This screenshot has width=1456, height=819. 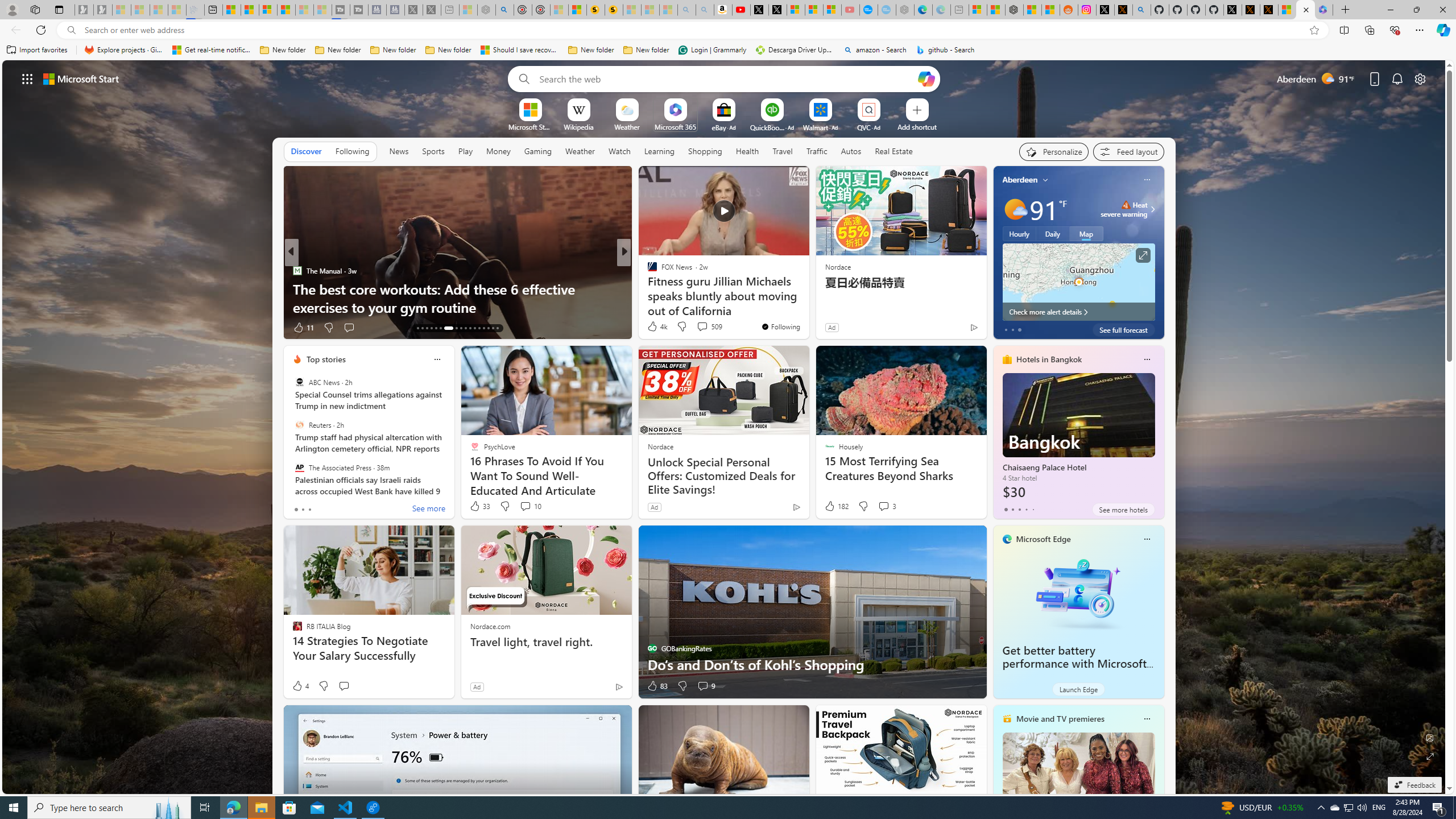 What do you see at coordinates (268, 9) in the screenshot?
I see `'Overview'` at bounding box center [268, 9].